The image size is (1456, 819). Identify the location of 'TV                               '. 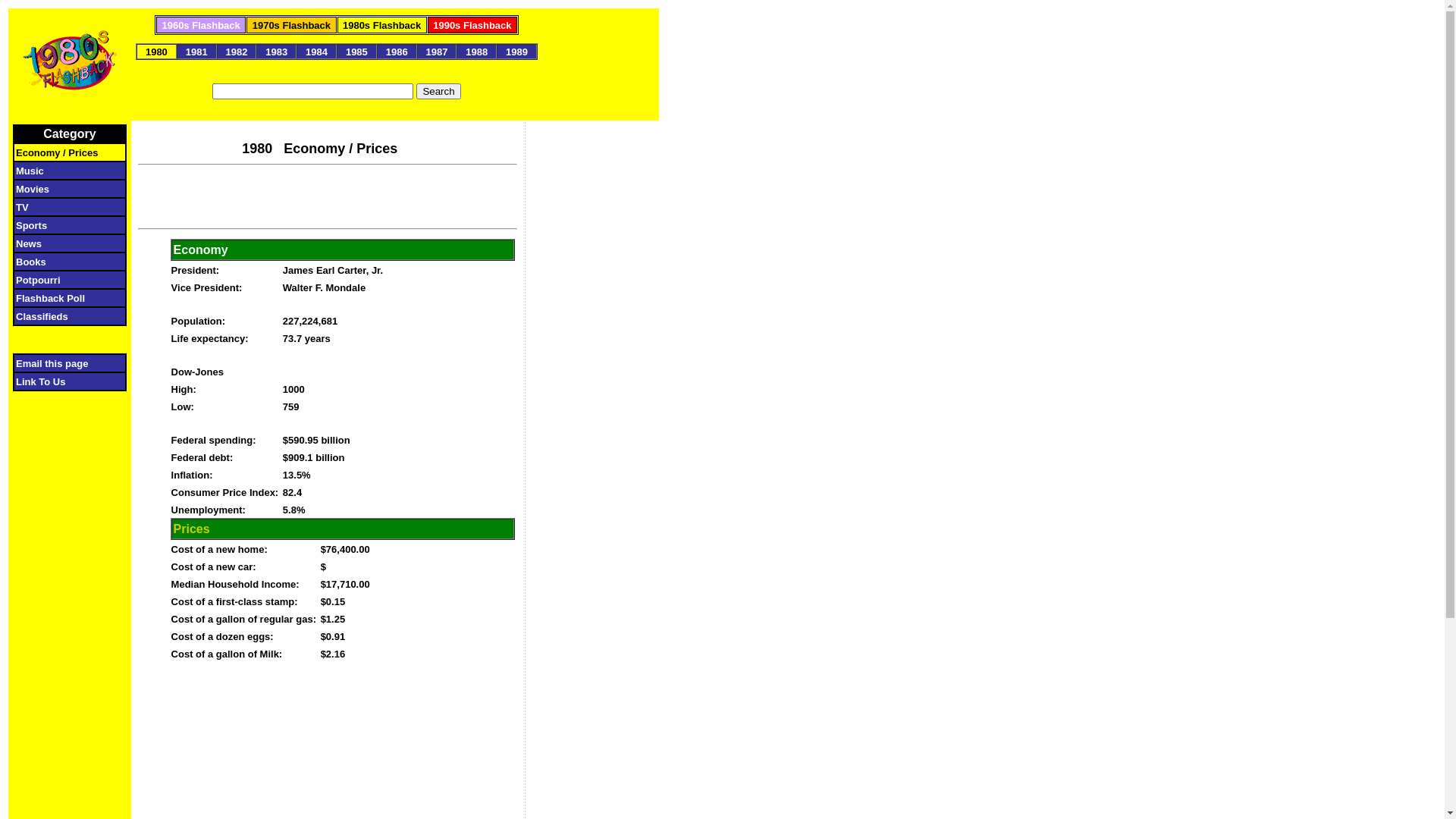
(64, 206).